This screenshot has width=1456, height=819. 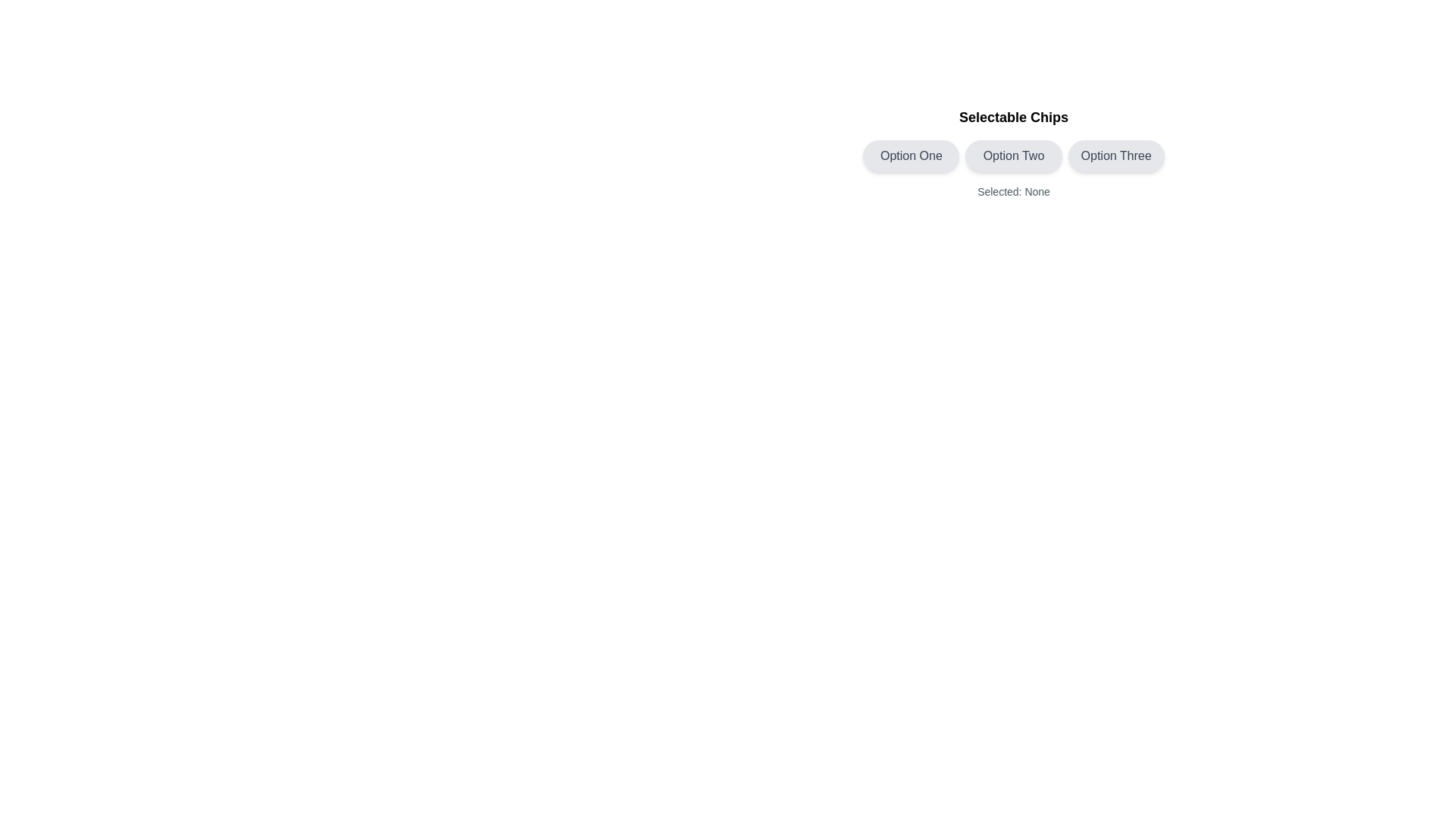 I want to click on the text label displaying 'Option Three', which is part of a button-like component with a light gray background, so click(x=1116, y=155).